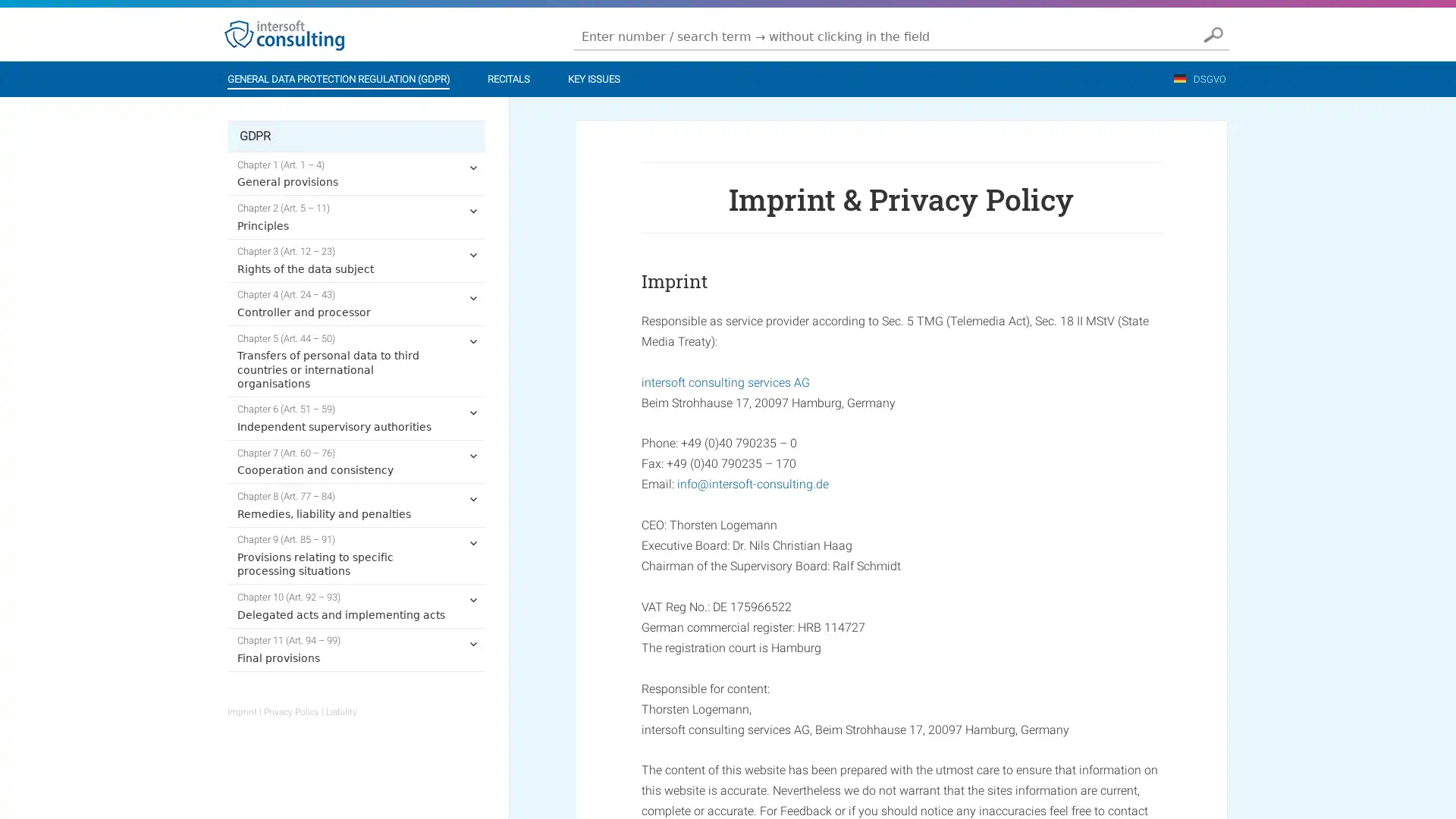 The height and width of the screenshot is (819, 1456). Describe the element at coordinates (472, 585) in the screenshot. I see `expand child menu` at that location.